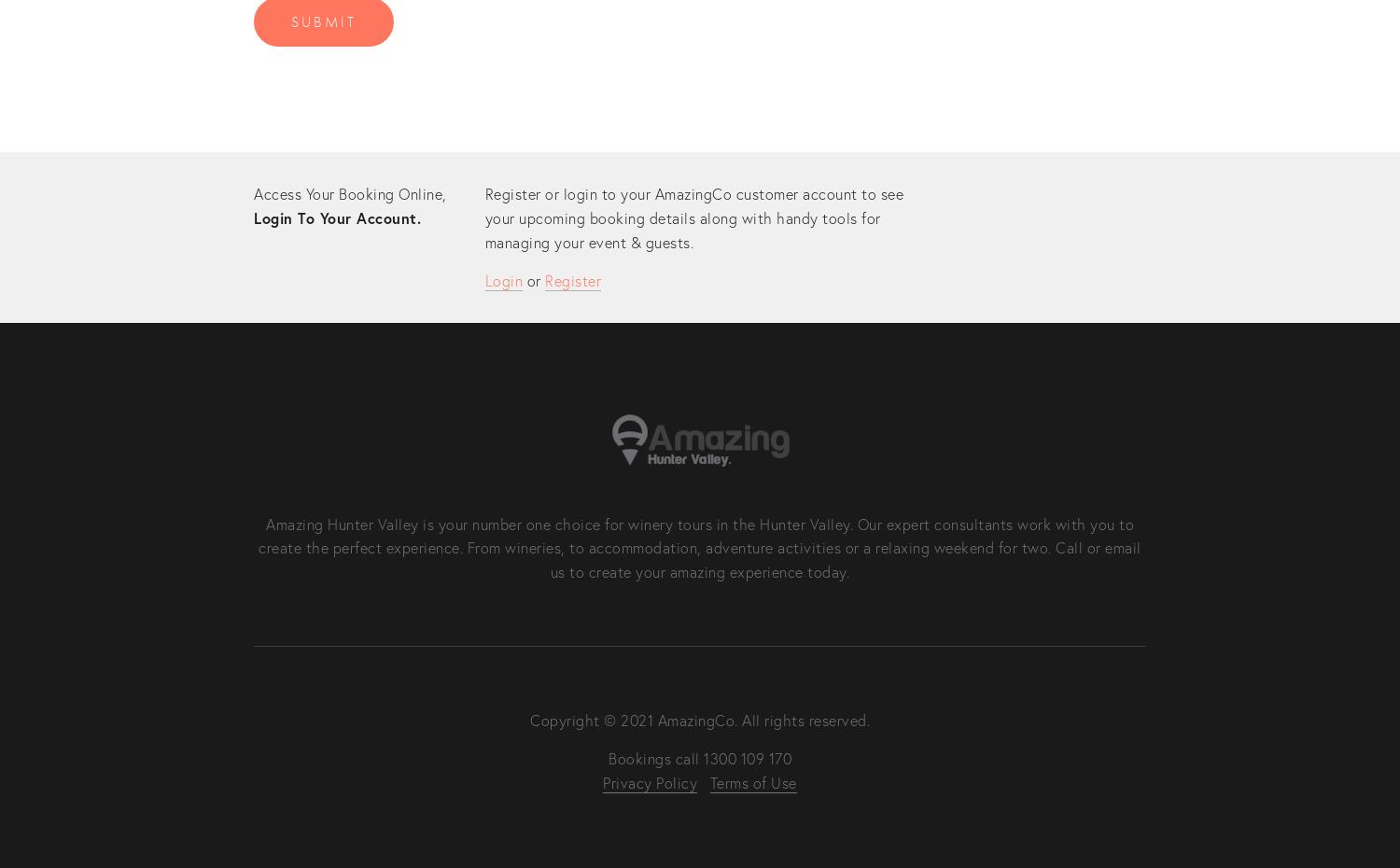  Describe the element at coordinates (701, 547) in the screenshot. I see `'Amazing Hunter Valley is your number one choice for winery tours in the Hunter Valley. Our expert consultants work with you to create the perfect experience. From wineries, to accommodation, adventure activities or a relaxing weekend for two. Call or email us to create your amazing experience today.'` at that location.